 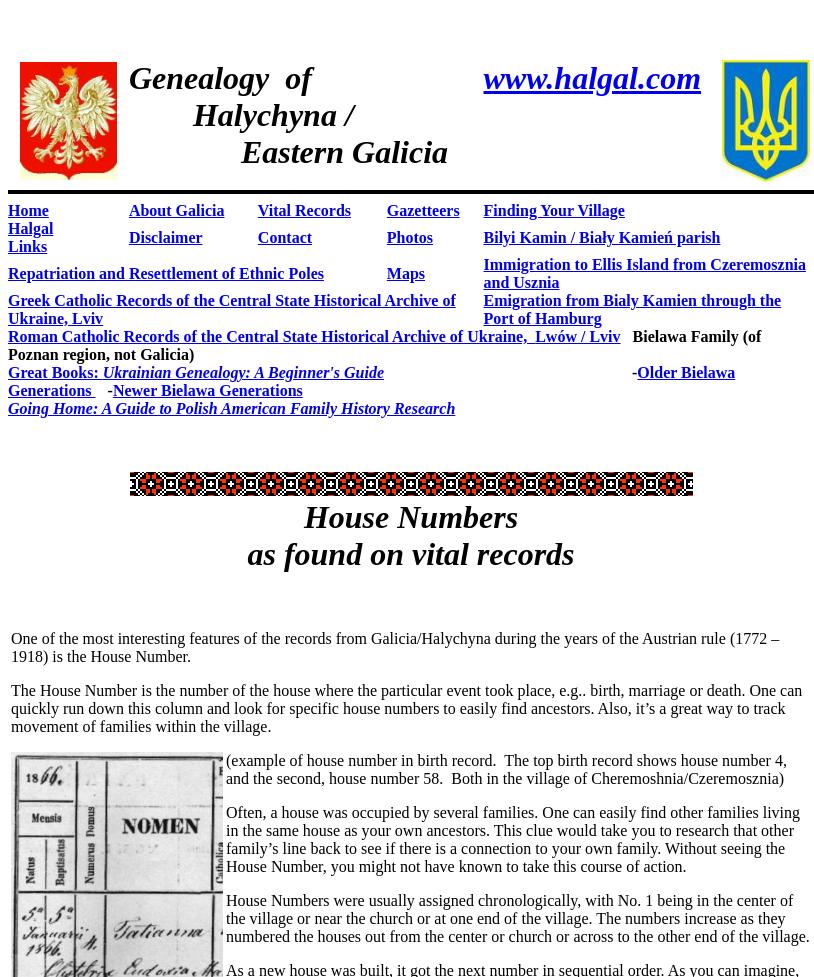 What do you see at coordinates (482, 236) in the screenshot?
I see `'Bilyi Kamin /'` at bounding box center [482, 236].